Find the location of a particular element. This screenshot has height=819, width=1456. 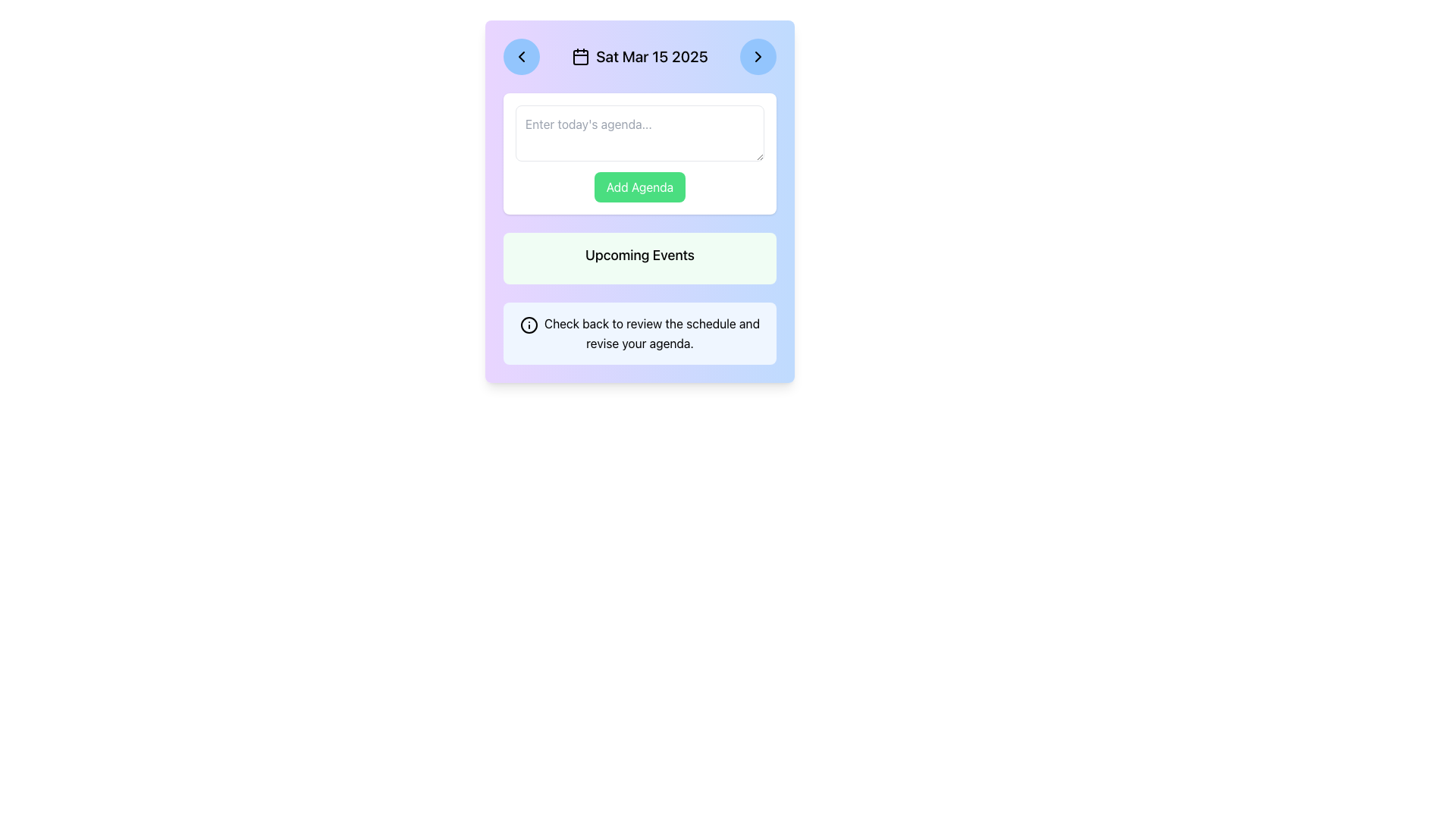

the static text display showing the date 'Sat Mar 15 2025' with a calendar icon to the left, located in the header section of the main card layout is located at coordinates (640, 55).